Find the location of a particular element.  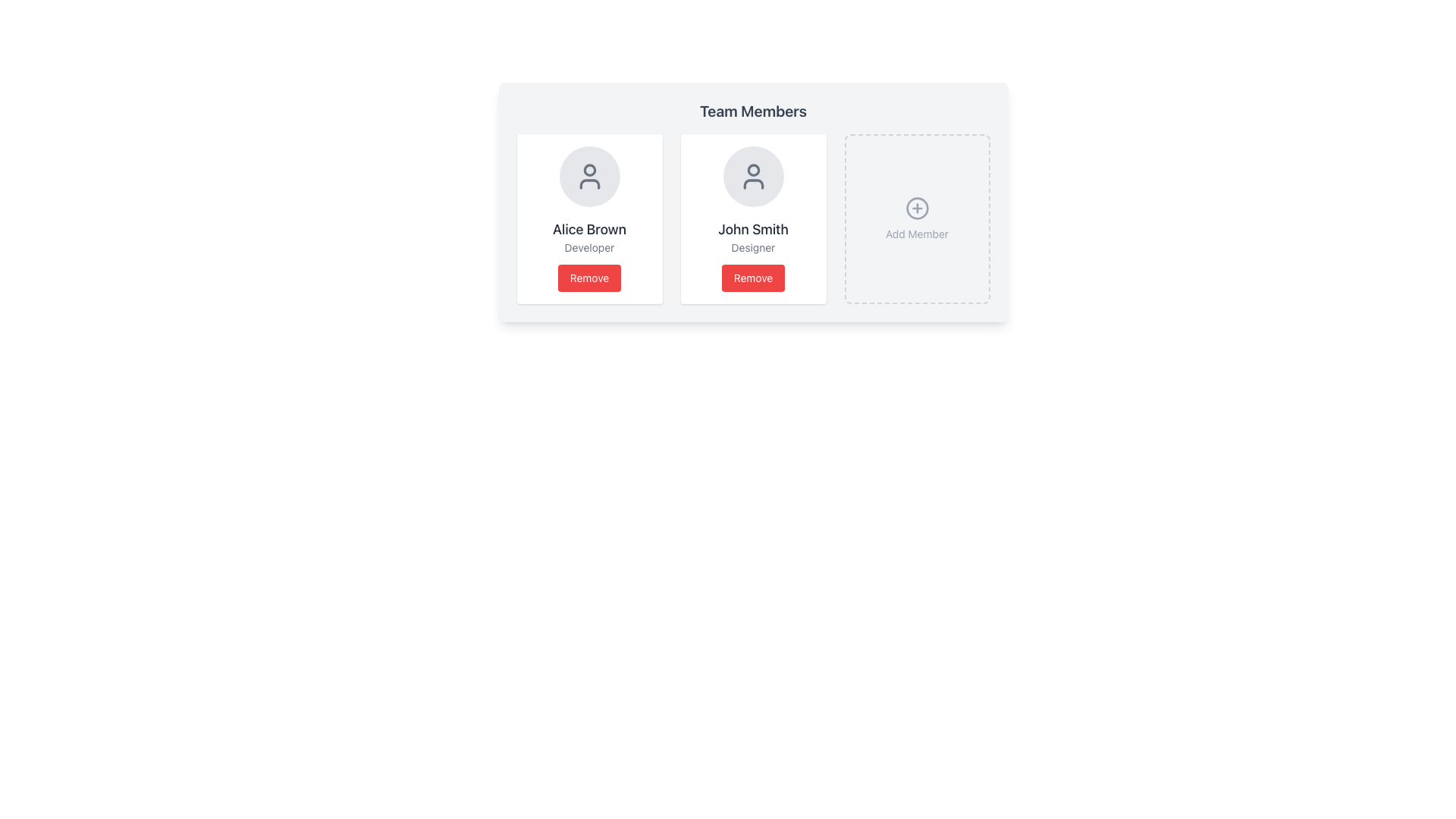

the text label displaying 'Developer' located at the center of the card interface in the team member section is located at coordinates (588, 247).